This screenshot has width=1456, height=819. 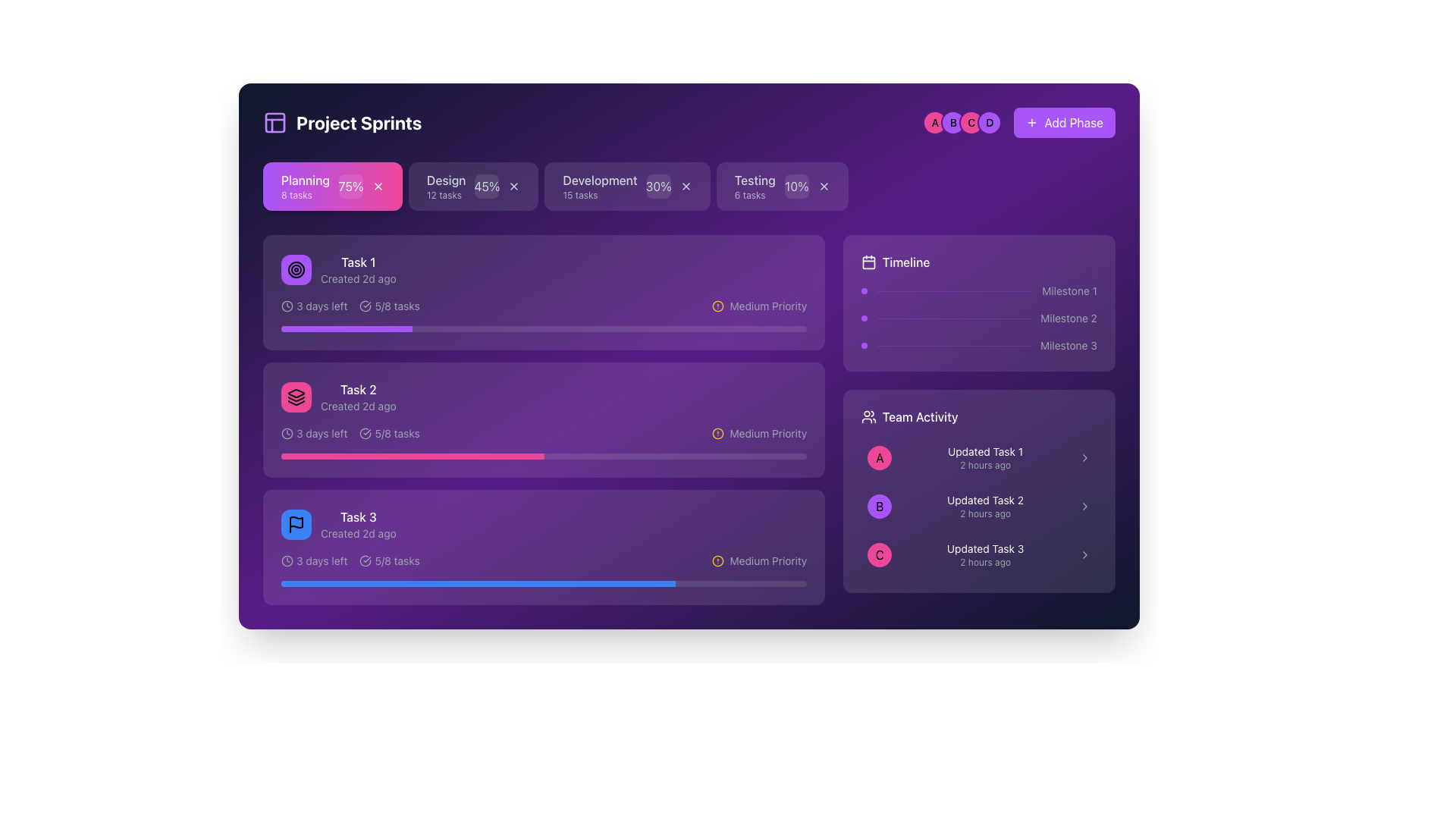 I want to click on the avatar or badge located in the left-most part of the team activity section, aligned with the entry labeled 'Updated Task 1, 2 hours ago', so click(x=880, y=457).